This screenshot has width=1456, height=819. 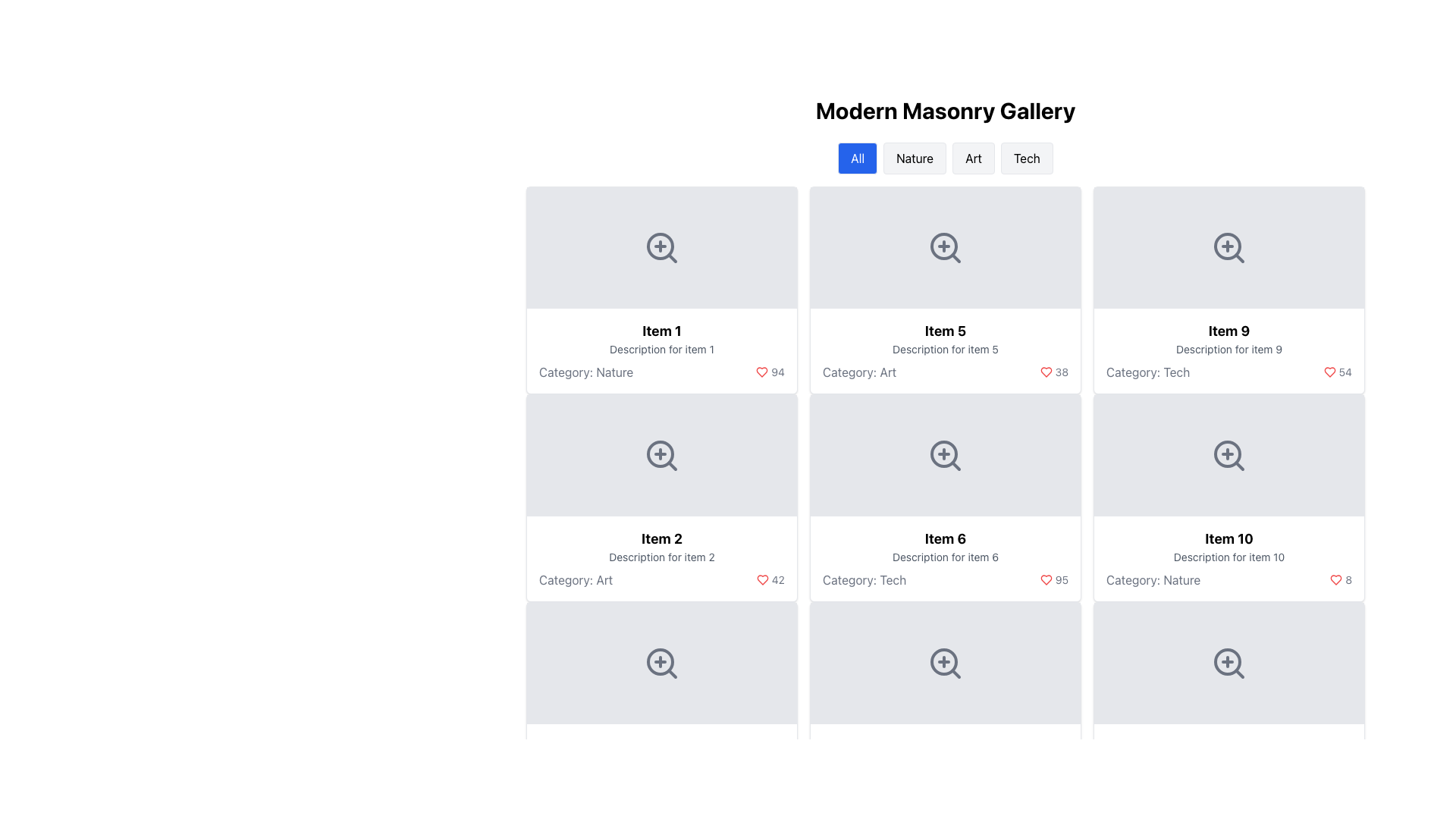 What do you see at coordinates (914, 158) in the screenshot?
I see `the 'Nature' button, which is a rectangular button with a light gray background and rounded corners, to filter the grid by the 'Nature' category` at bounding box center [914, 158].